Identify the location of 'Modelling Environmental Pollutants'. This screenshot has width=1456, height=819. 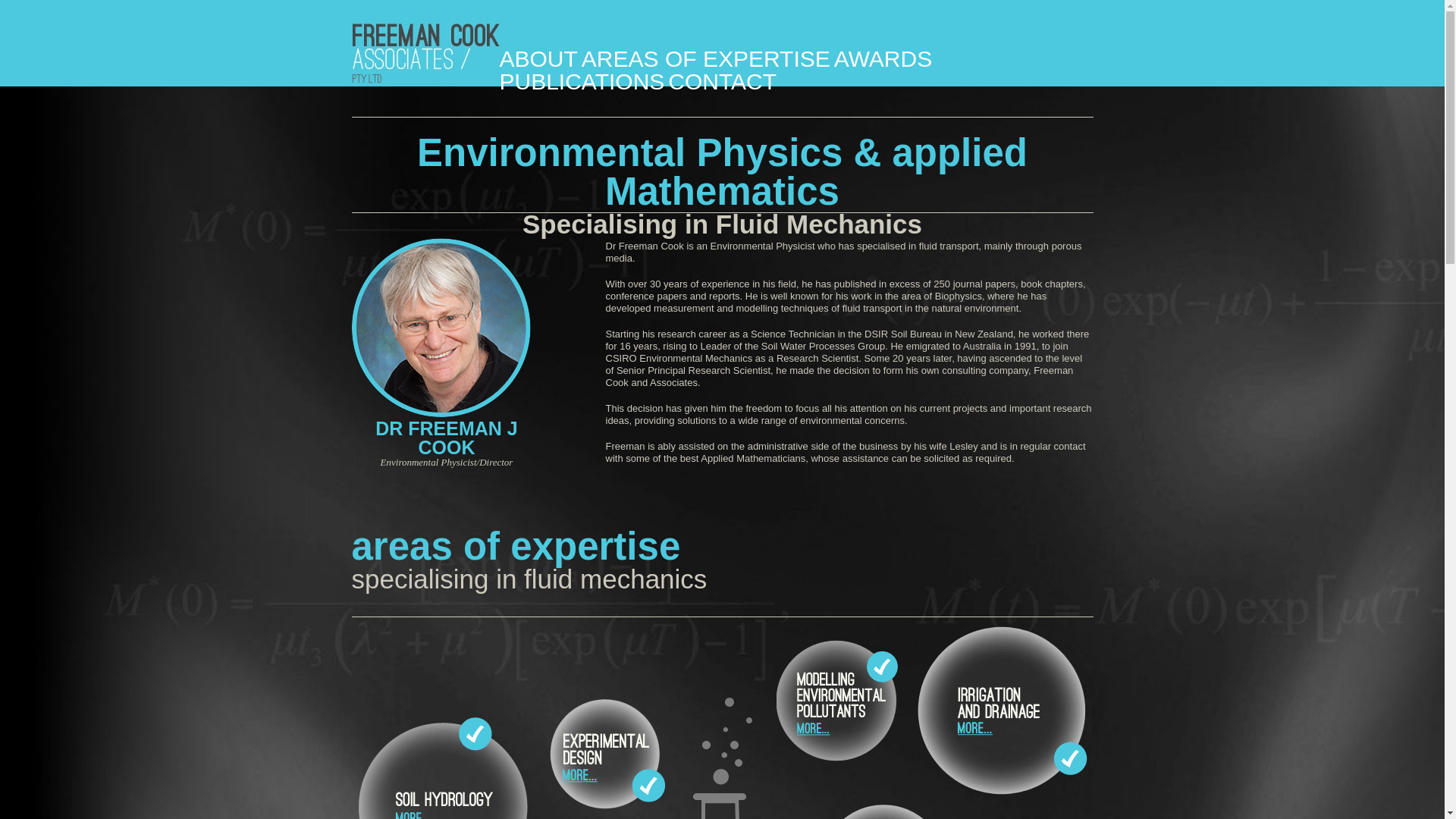
(776, 701).